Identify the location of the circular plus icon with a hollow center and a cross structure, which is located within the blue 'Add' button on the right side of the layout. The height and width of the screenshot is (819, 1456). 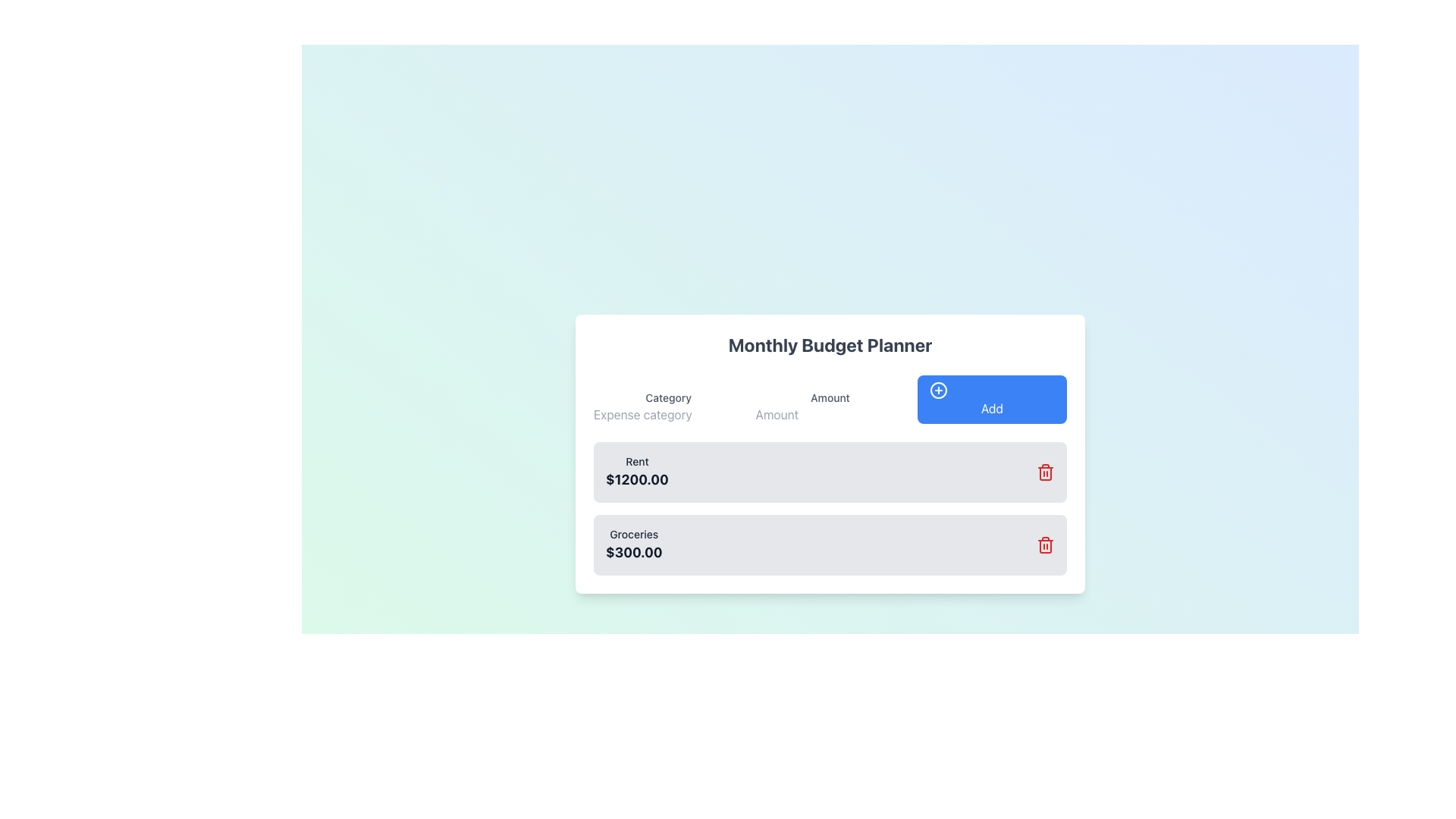
(937, 390).